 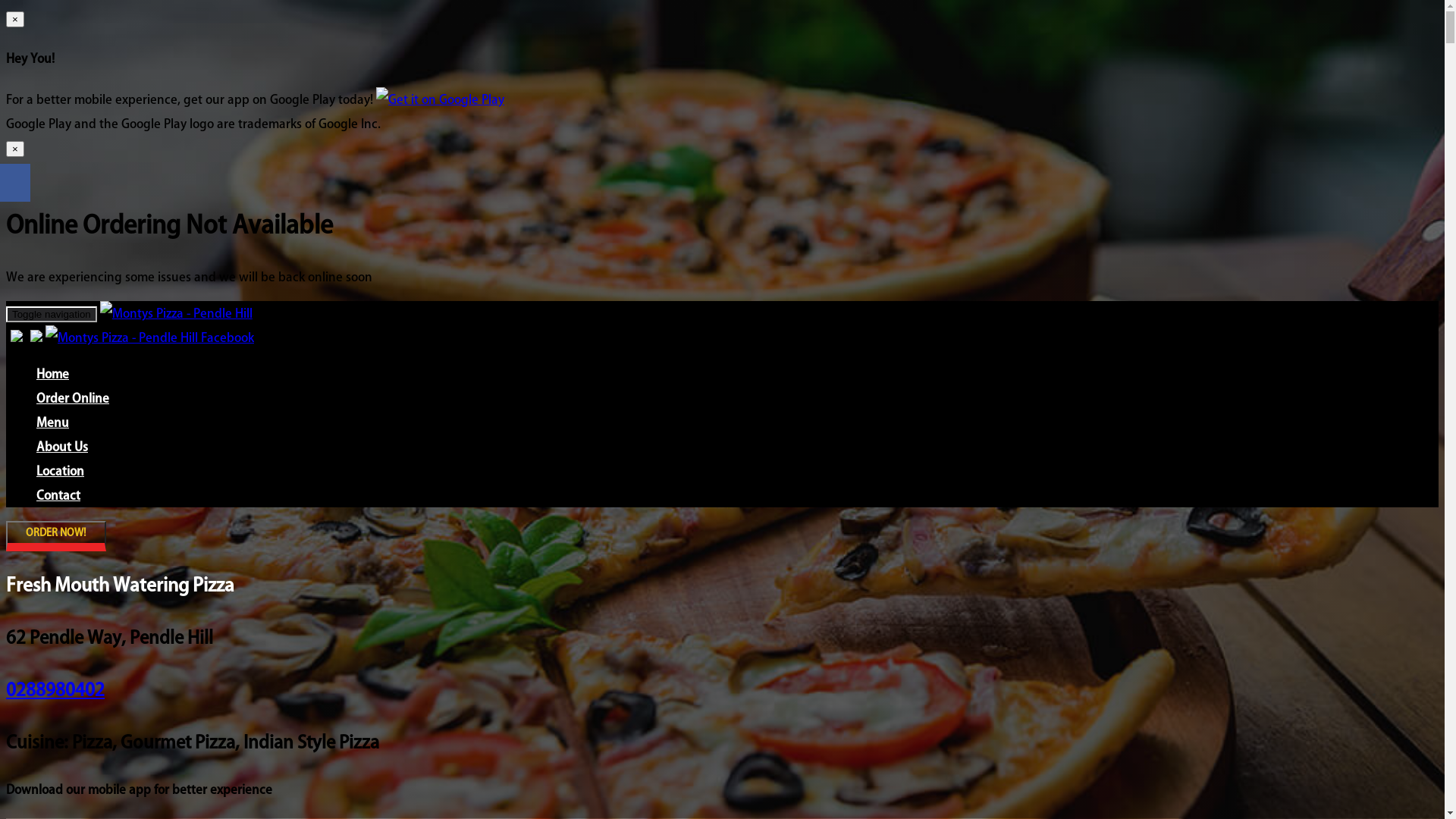 I want to click on 'Home', so click(x=36, y=374).